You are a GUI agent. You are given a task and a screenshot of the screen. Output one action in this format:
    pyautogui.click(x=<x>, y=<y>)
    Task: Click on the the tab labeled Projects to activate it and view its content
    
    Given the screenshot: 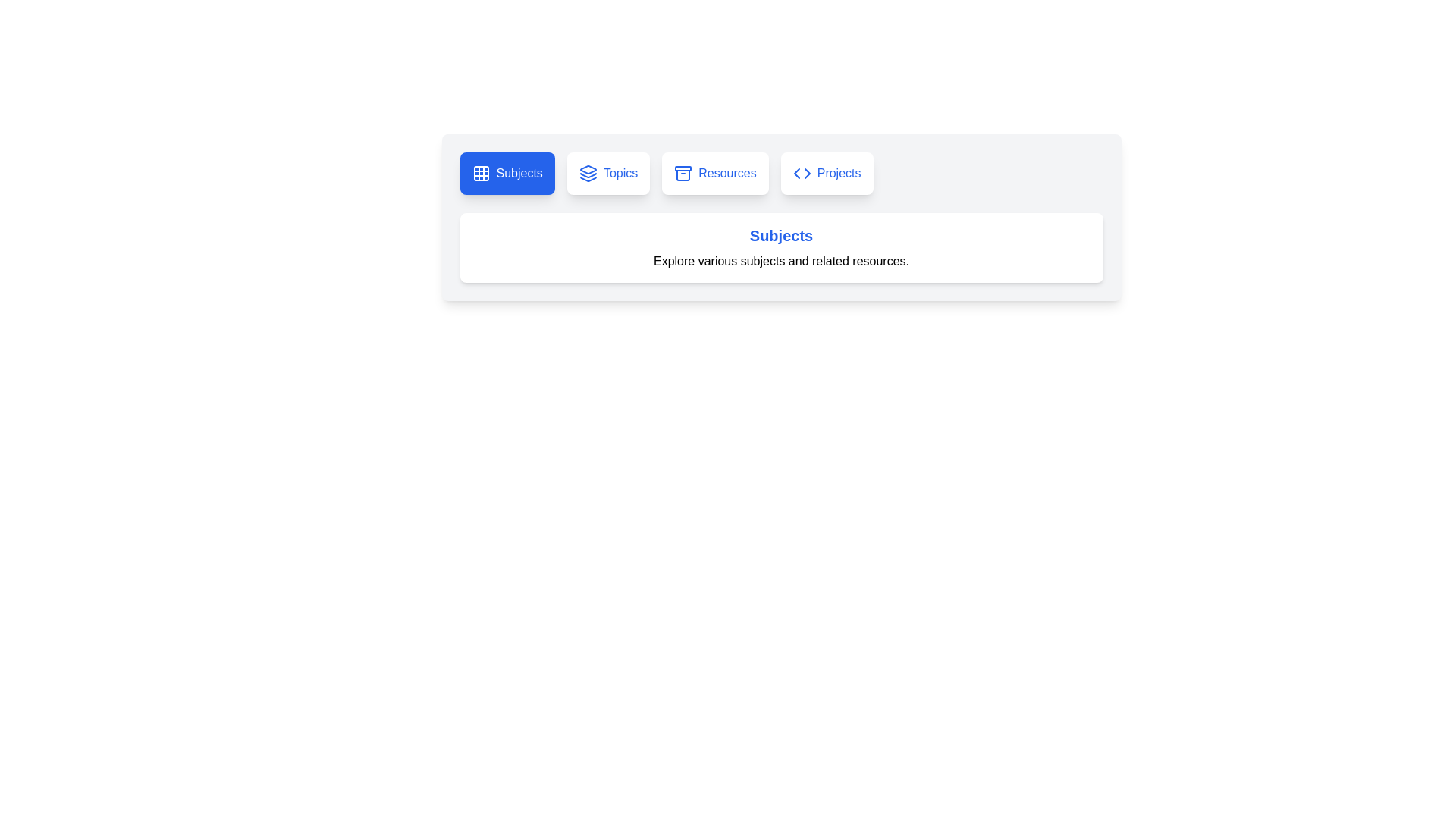 What is the action you would take?
    pyautogui.click(x=826, y=172)
    